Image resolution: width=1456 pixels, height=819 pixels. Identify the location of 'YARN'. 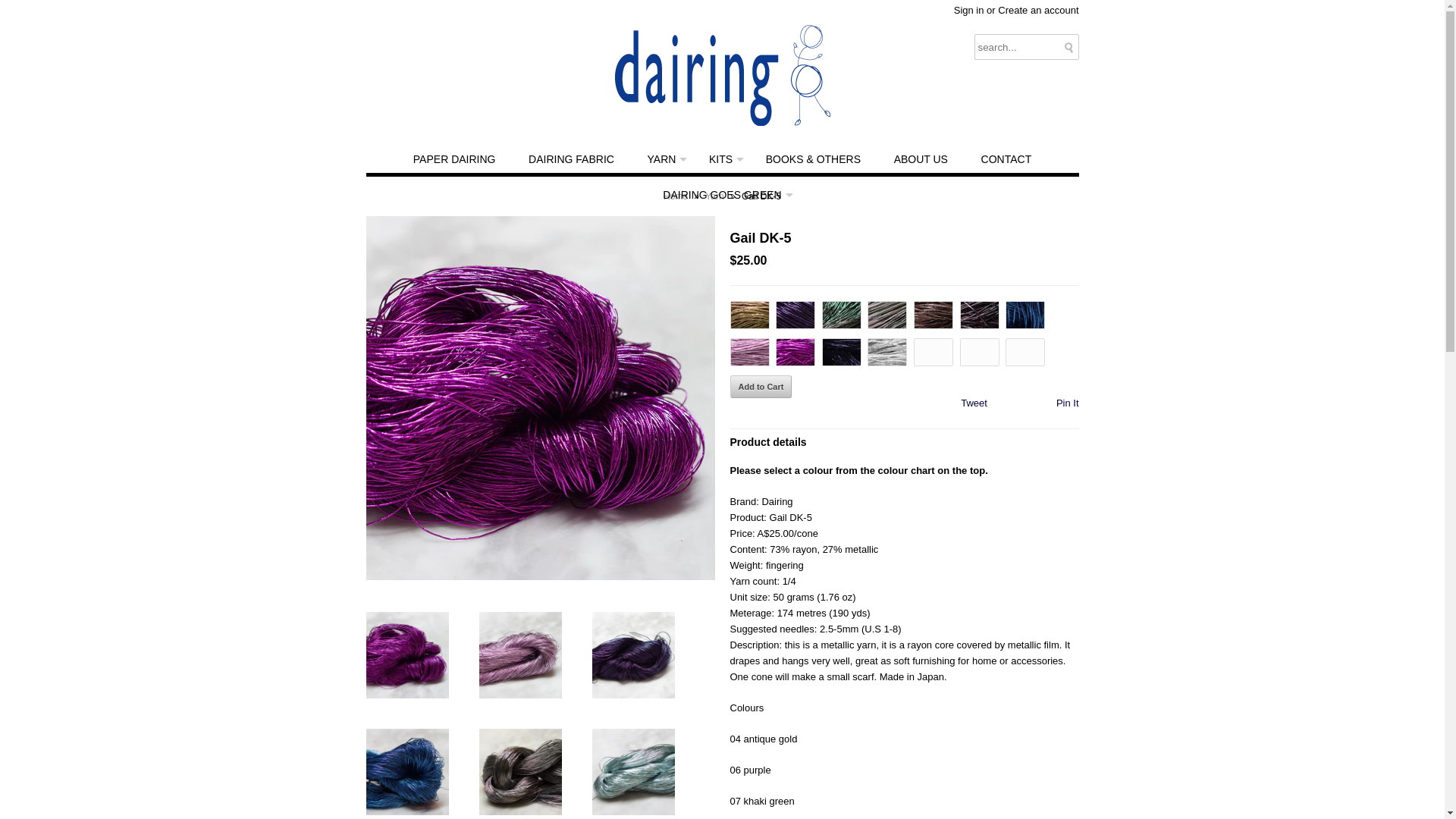
(632, 159).